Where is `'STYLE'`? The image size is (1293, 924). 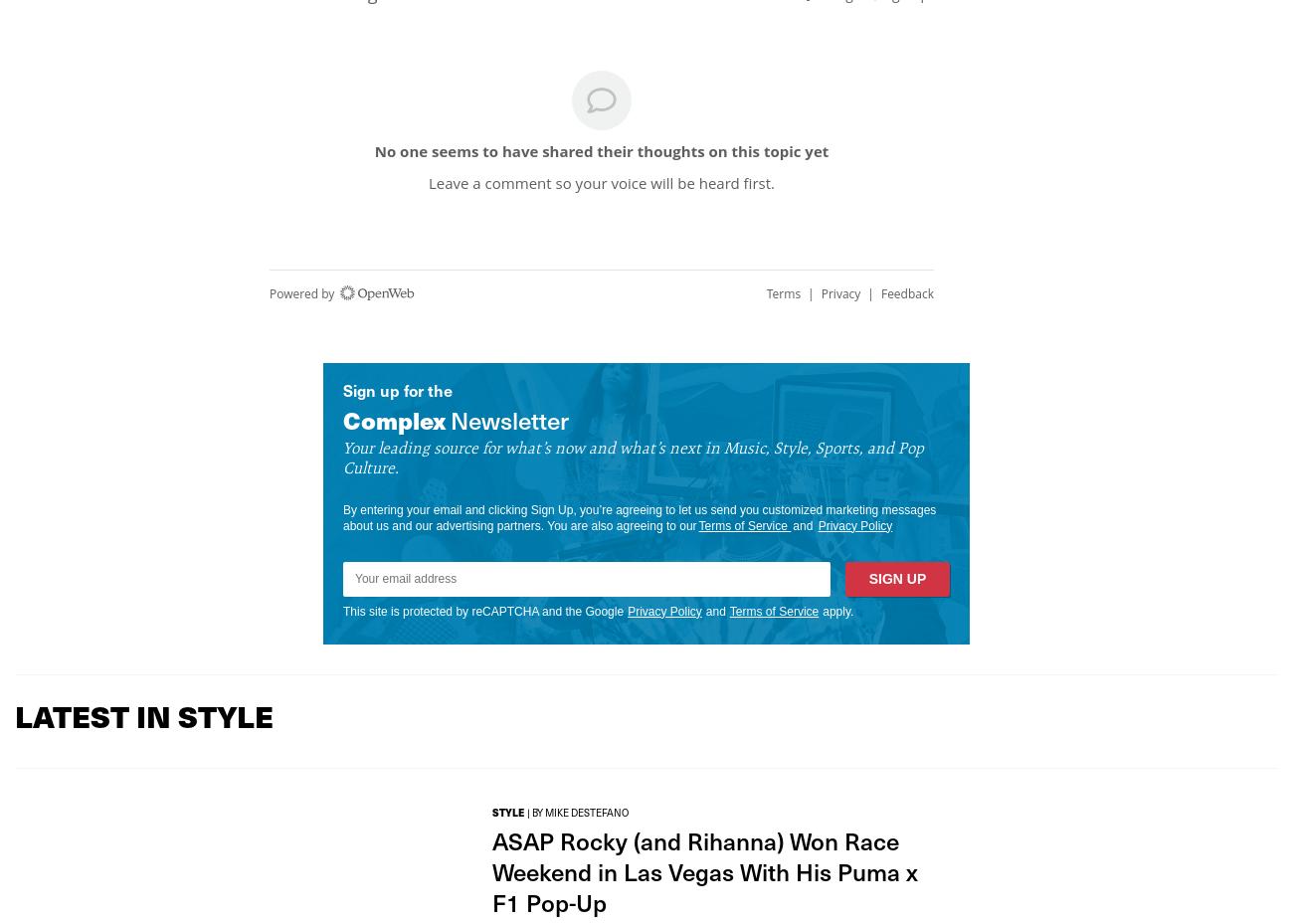 'STYLE' is located at coordinates (508, 810).